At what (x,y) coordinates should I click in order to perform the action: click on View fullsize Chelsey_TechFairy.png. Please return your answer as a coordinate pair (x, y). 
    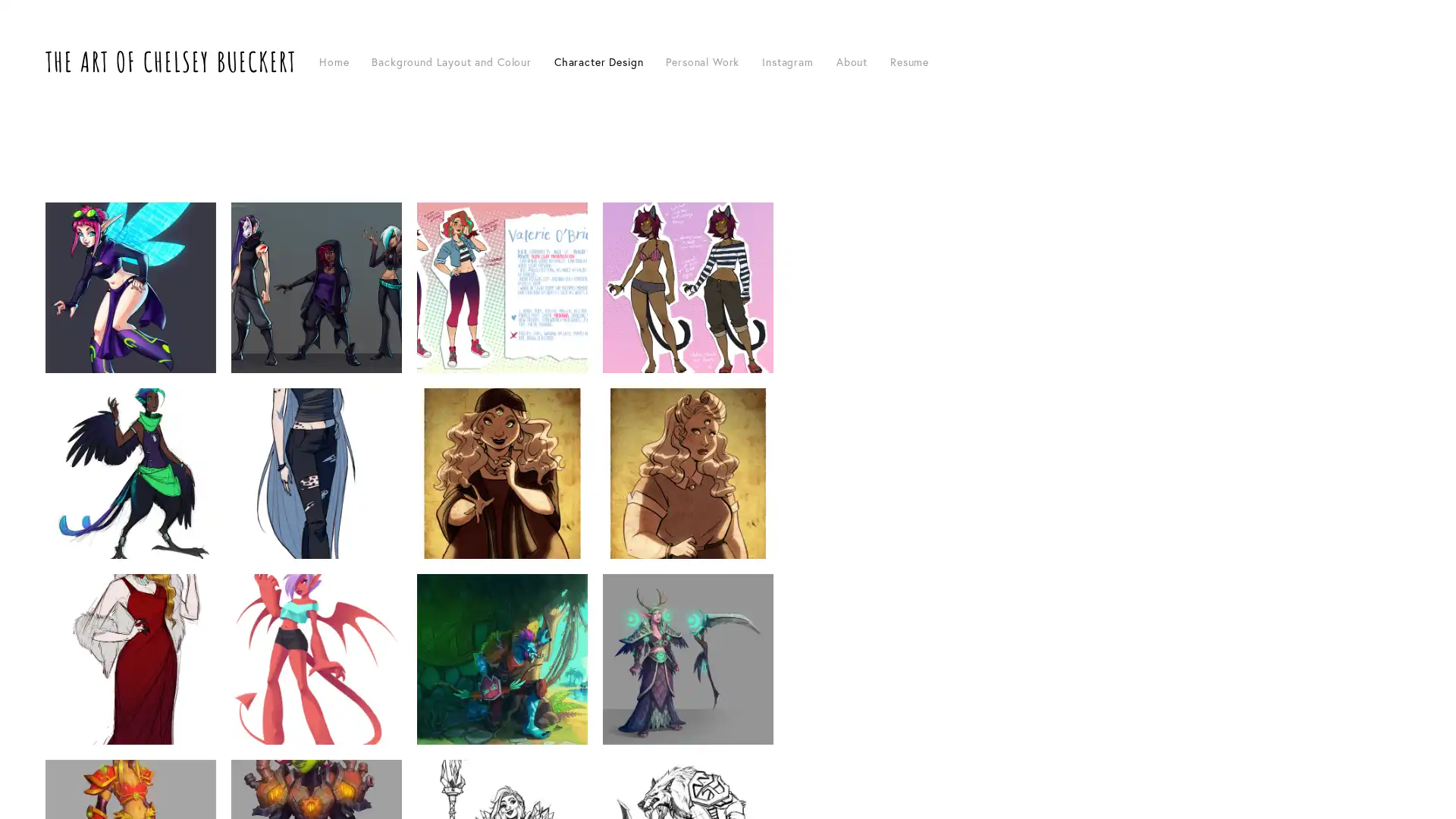
    Looking at the image, I should click on (130, 287).